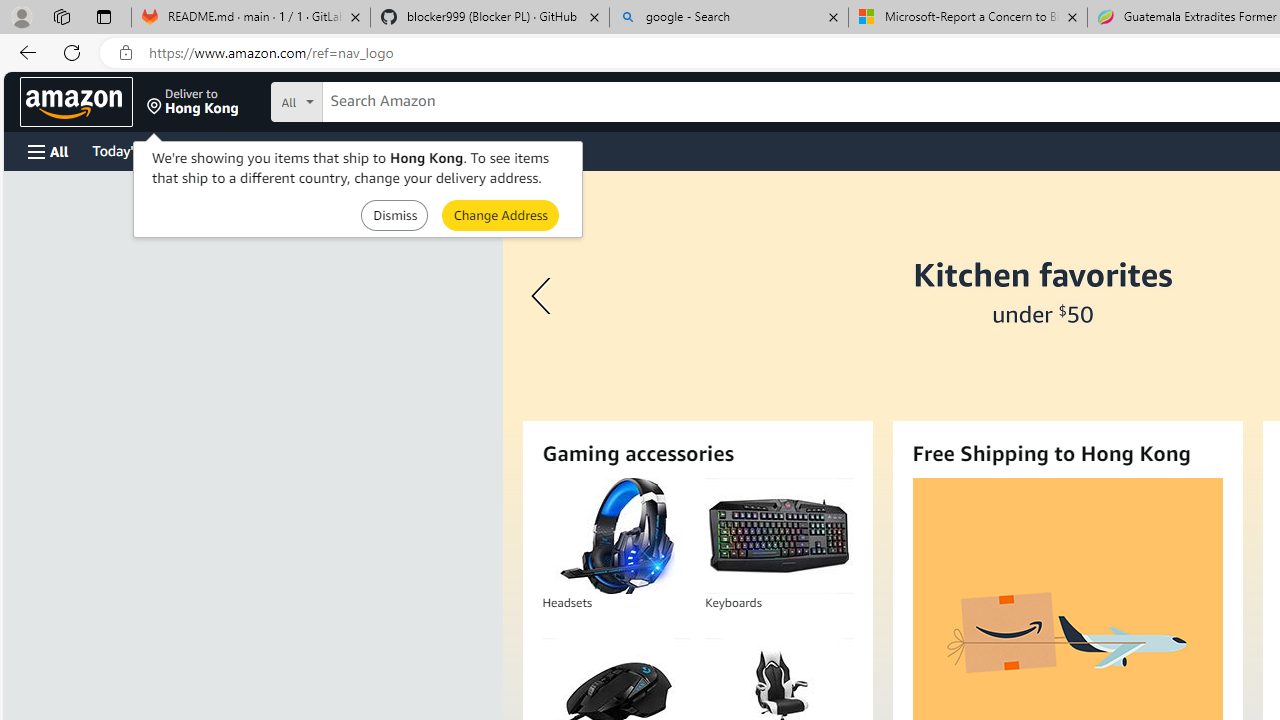  What do you see at coordinates (728, 17) in the screenshot?
I see `'google - Search'` at bounding box center [728, 17].